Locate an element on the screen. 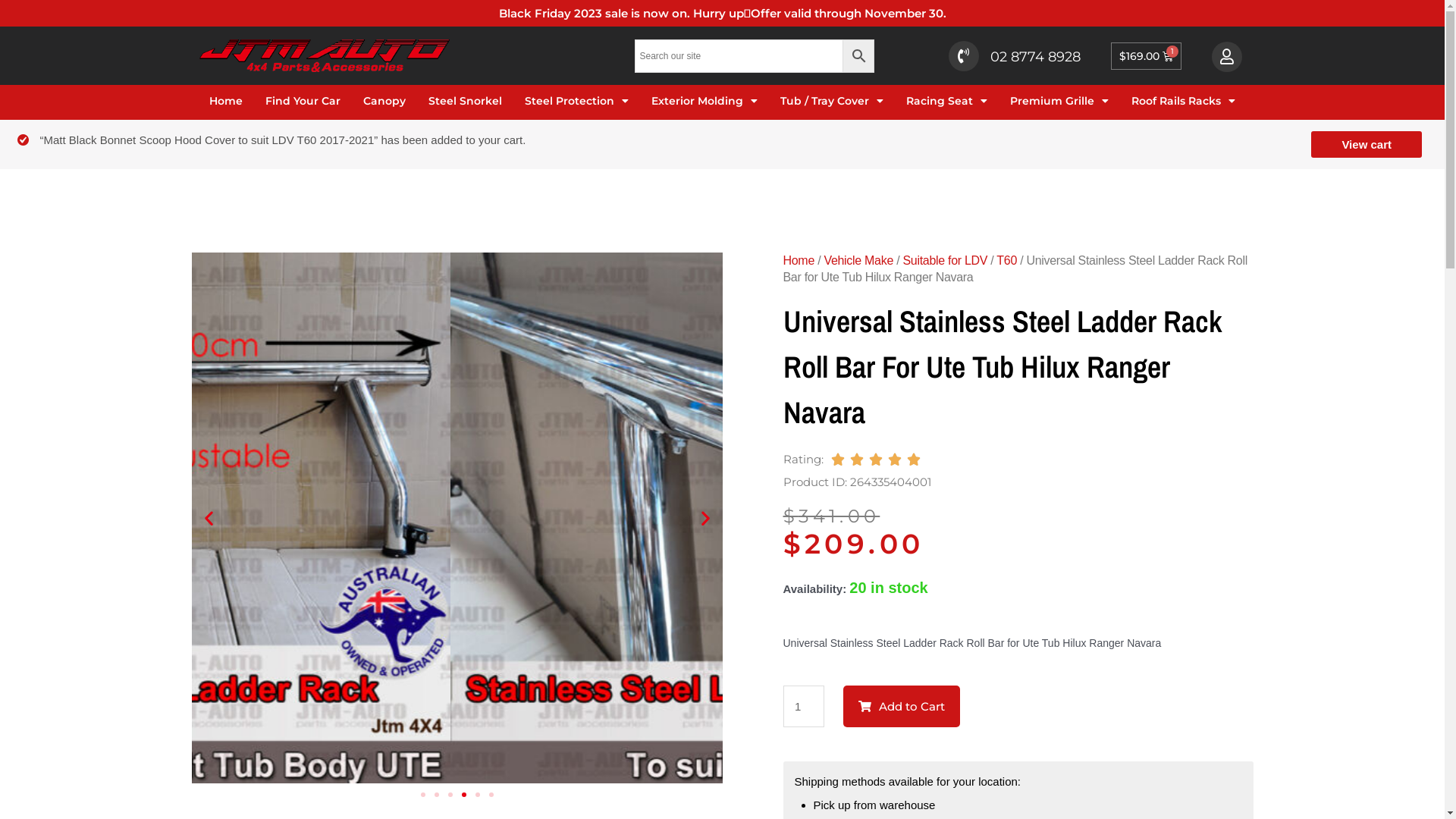  'Canopy' is located at coordinates (362, 101).